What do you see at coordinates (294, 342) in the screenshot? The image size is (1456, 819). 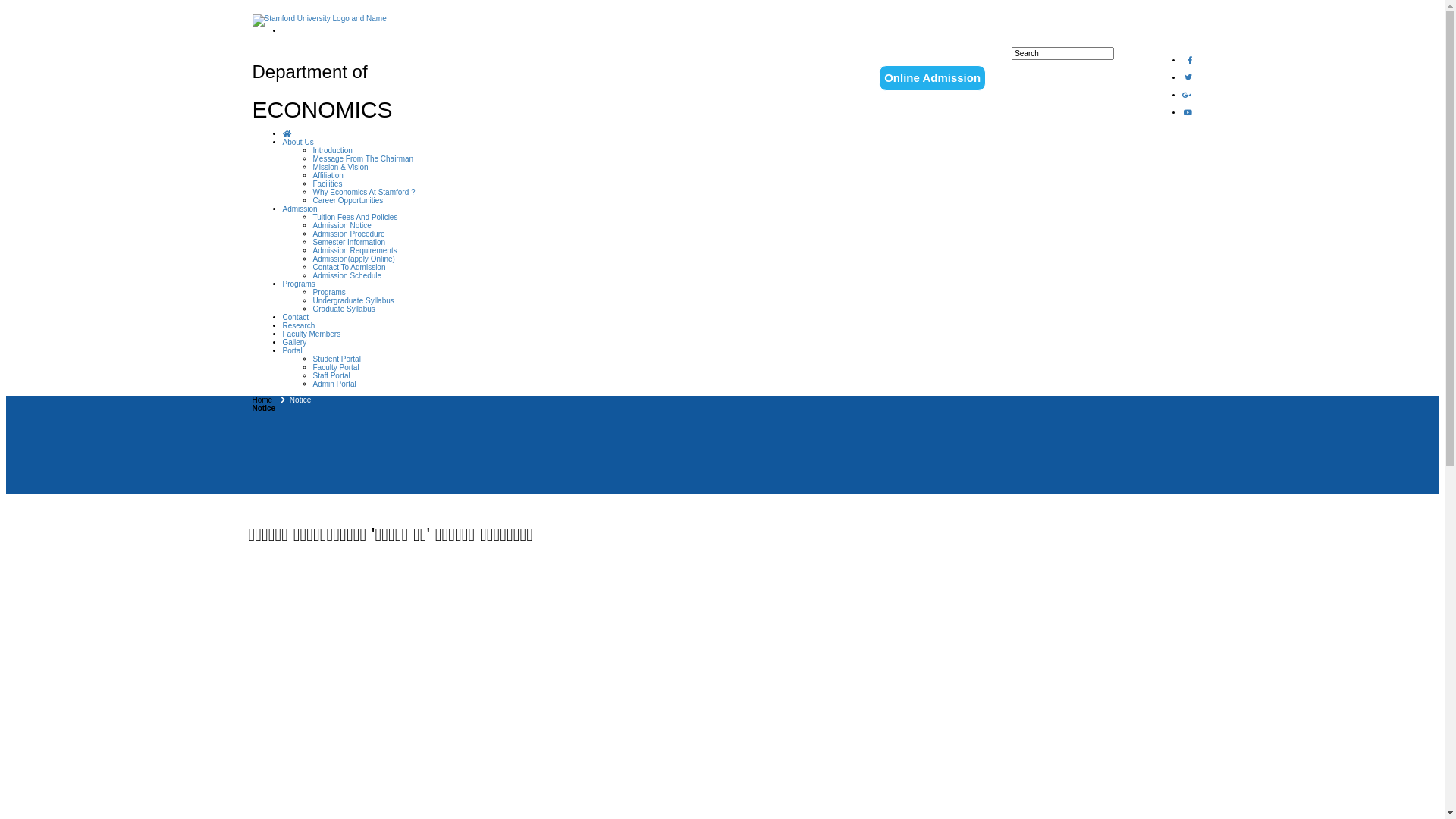 I see `'Gallery'` at bounding box center [294, 342].